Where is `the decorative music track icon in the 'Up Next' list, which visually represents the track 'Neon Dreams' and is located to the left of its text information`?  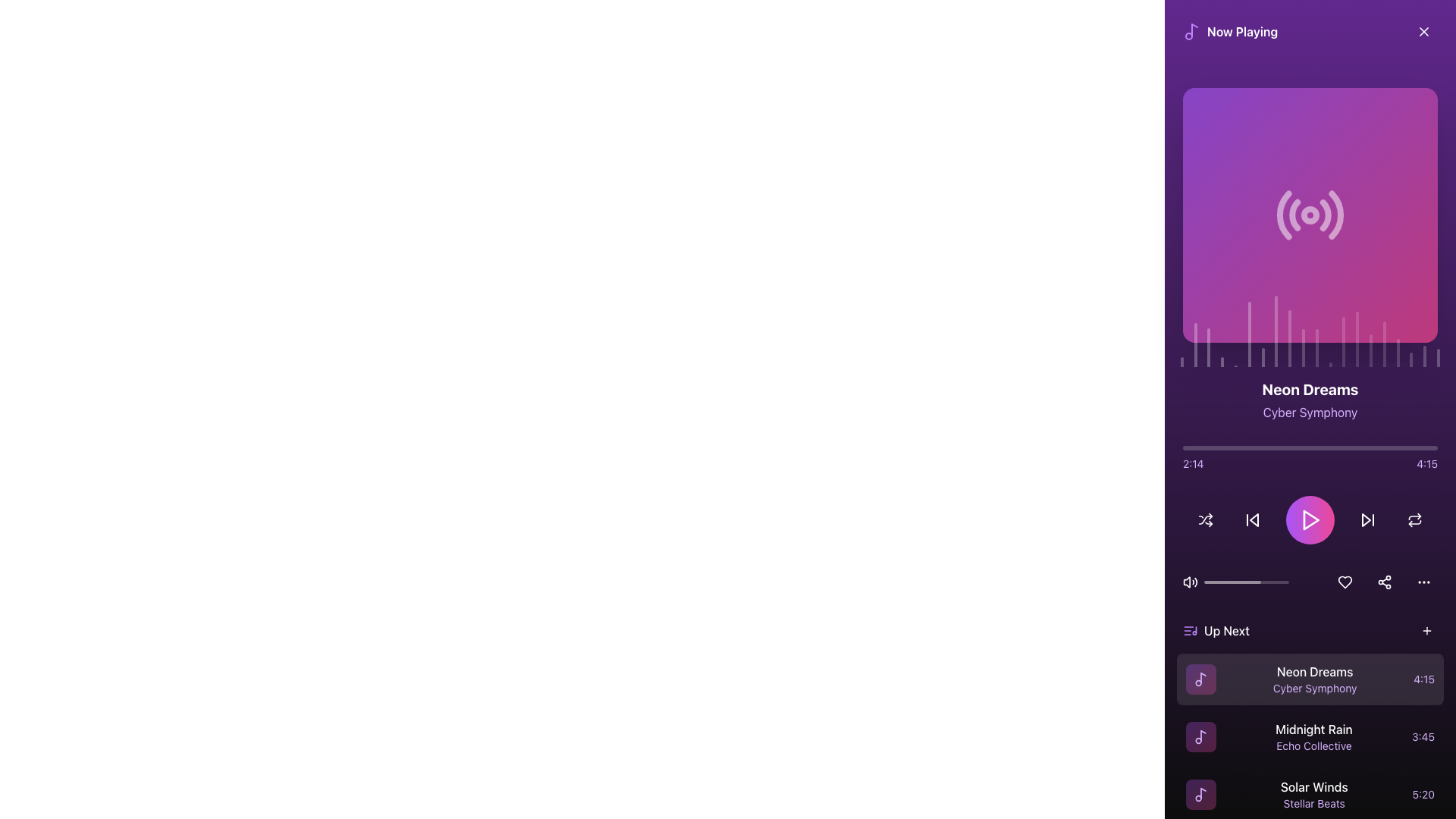
the decorative music track icon in the 'Up Next' list, which visually represents the track 'Neon Dreams' and is located to the left of its text information is located at coordinates (1200, 678).